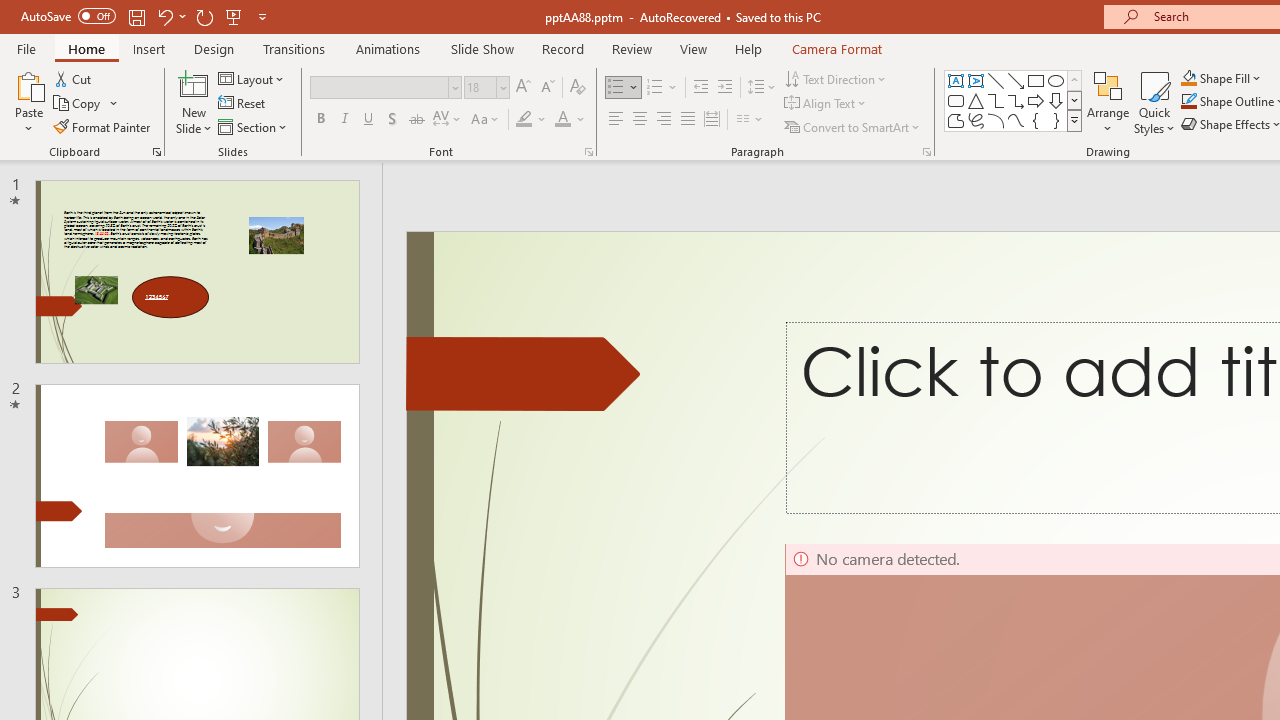 The image size is (1280, 720). I want to click on 'Paste', so click(28, 84).